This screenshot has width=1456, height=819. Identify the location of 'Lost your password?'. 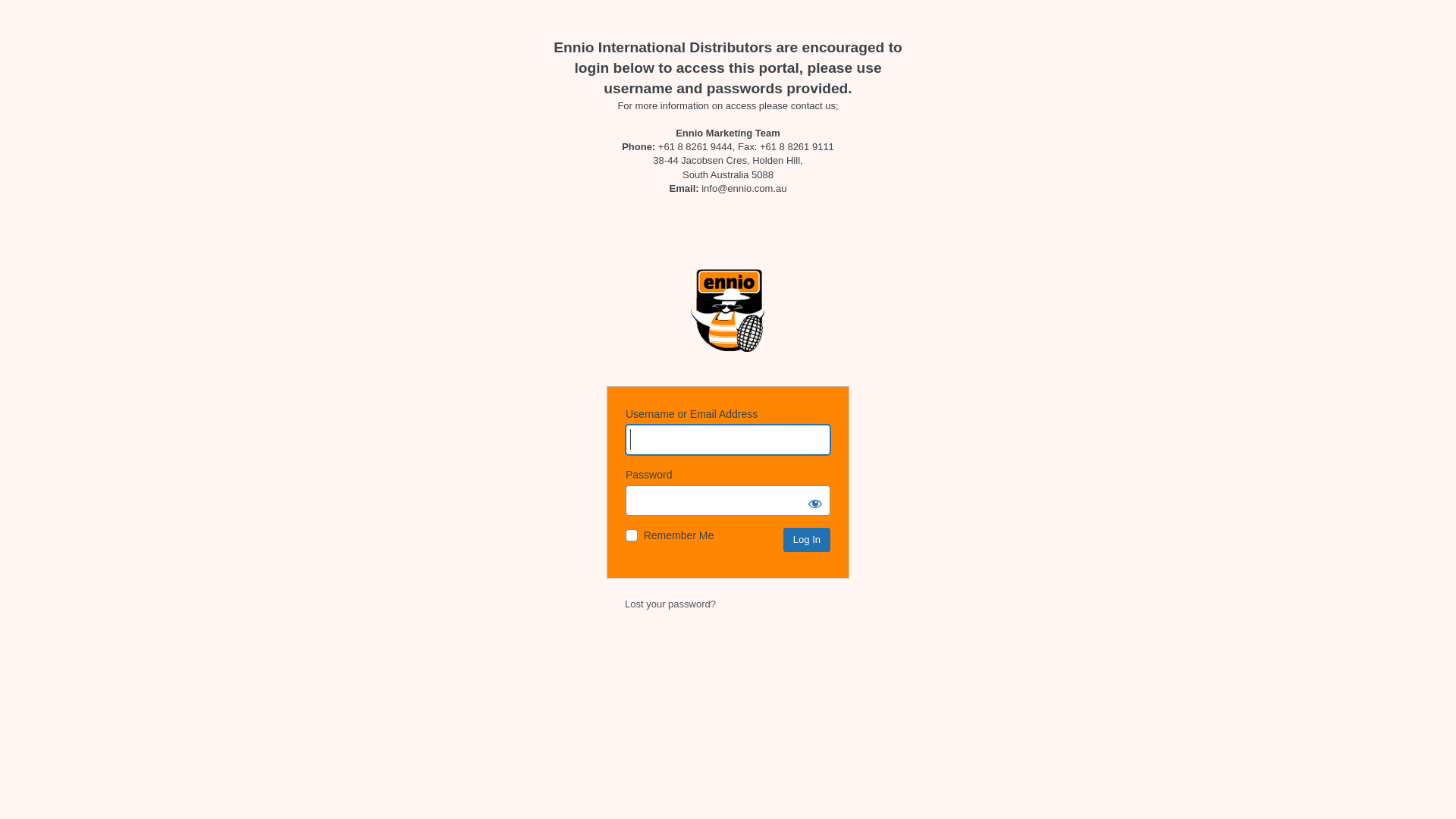
(625, 603).